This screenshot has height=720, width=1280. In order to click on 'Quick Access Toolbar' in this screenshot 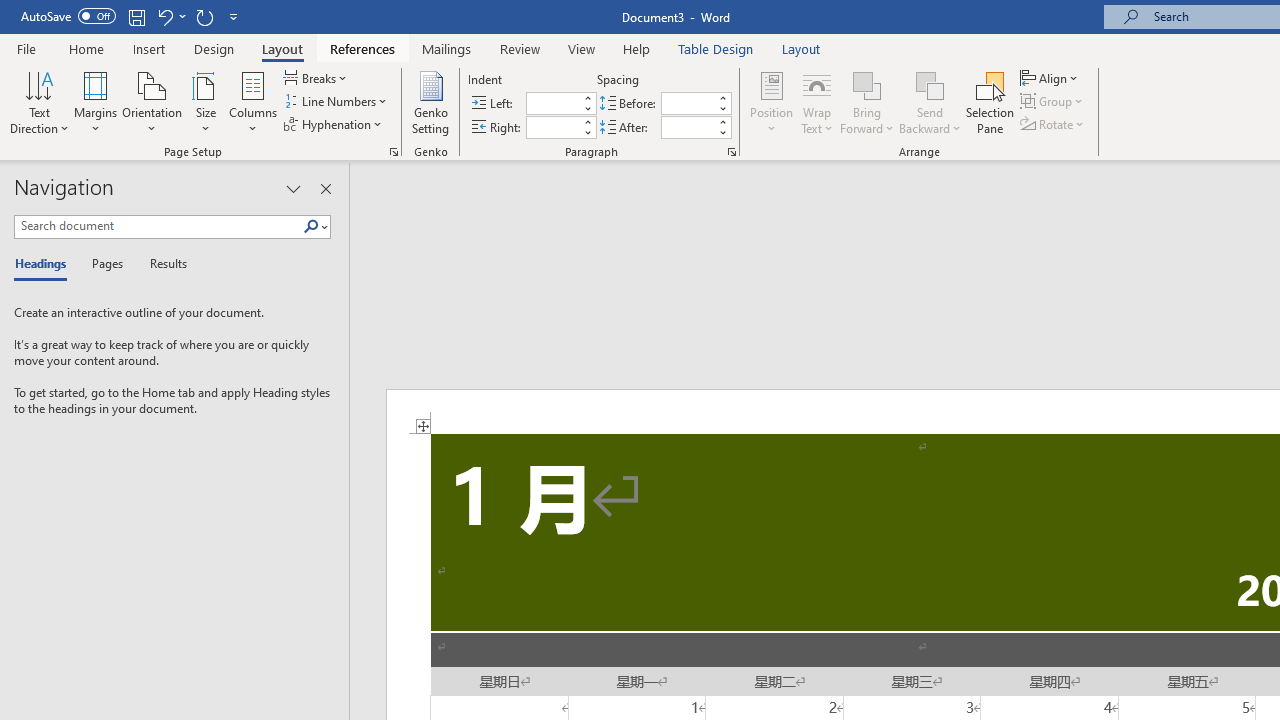, I will do `click(130, 16)`.